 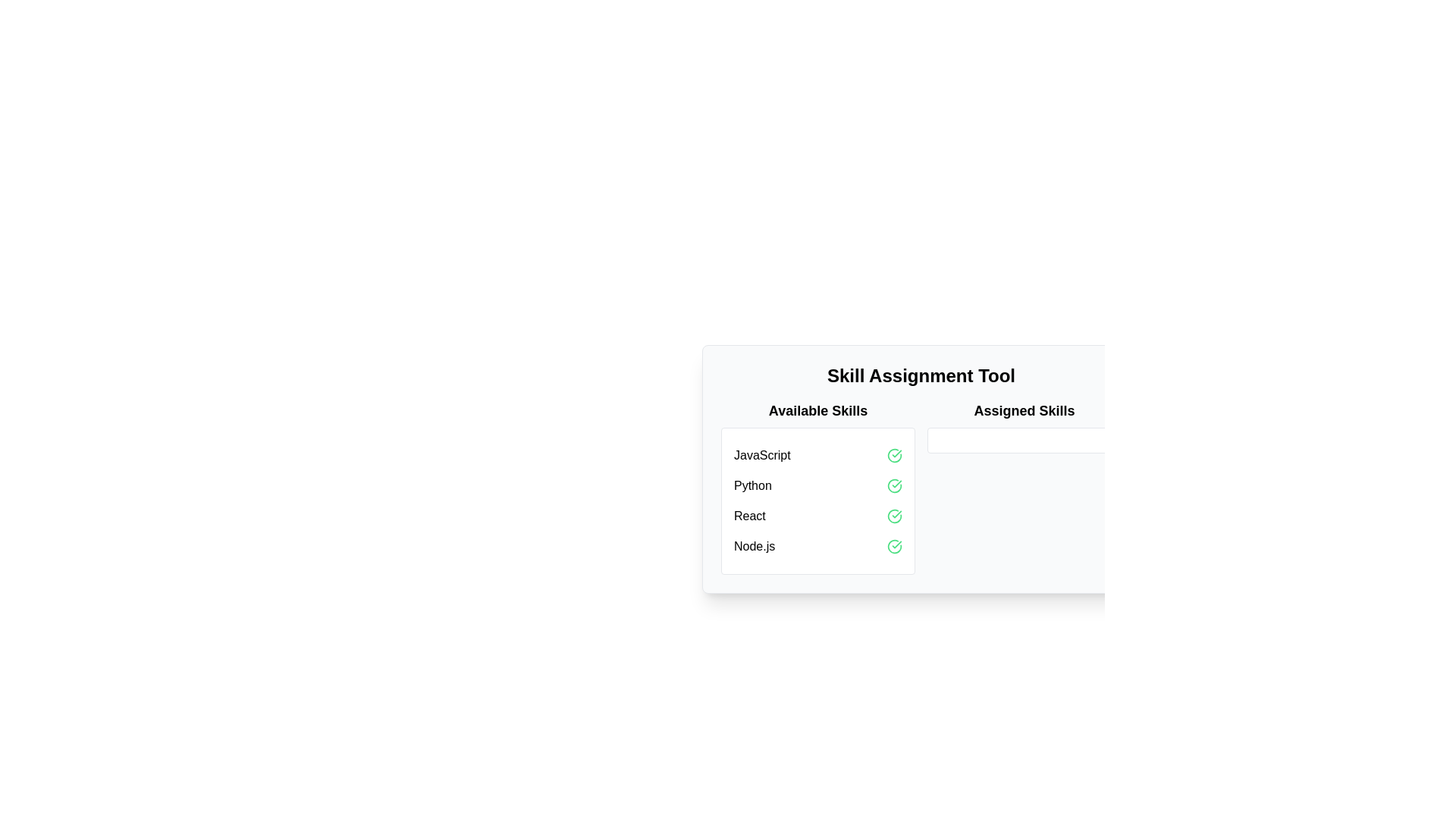 What do you see at coordinates (752, 485) in the screenshot?
I see `the 'Python' skill label in the 'Available Skills' panel, which is the second item in the list, positioned below 'JavaScript' and above 'React'` at bounding box center [752, 485].